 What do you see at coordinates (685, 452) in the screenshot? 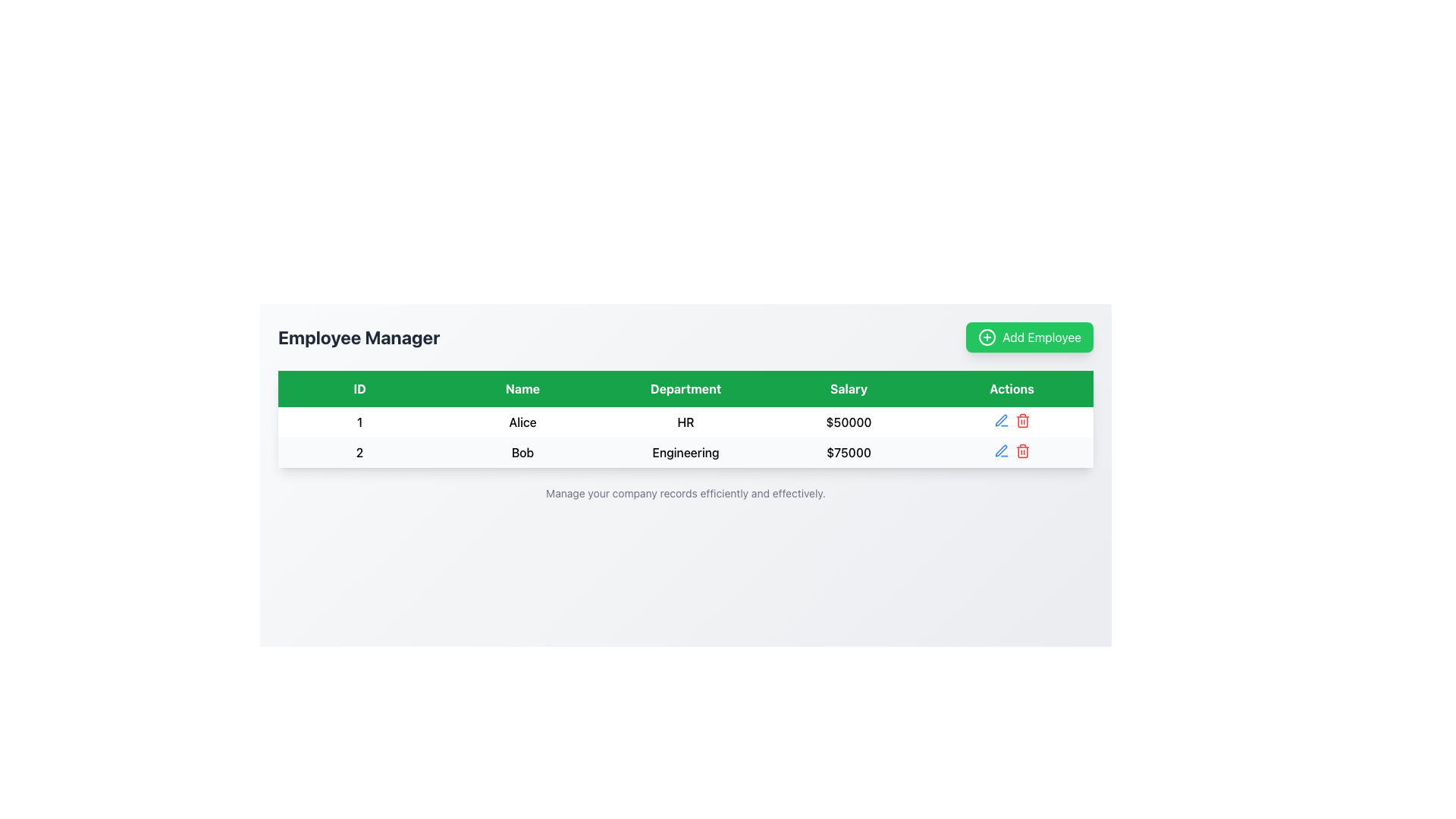
I see `the 'Engineering' text cell in the data table, which is located in the second row under the 'Department' column` at bounding box center [685, 452].